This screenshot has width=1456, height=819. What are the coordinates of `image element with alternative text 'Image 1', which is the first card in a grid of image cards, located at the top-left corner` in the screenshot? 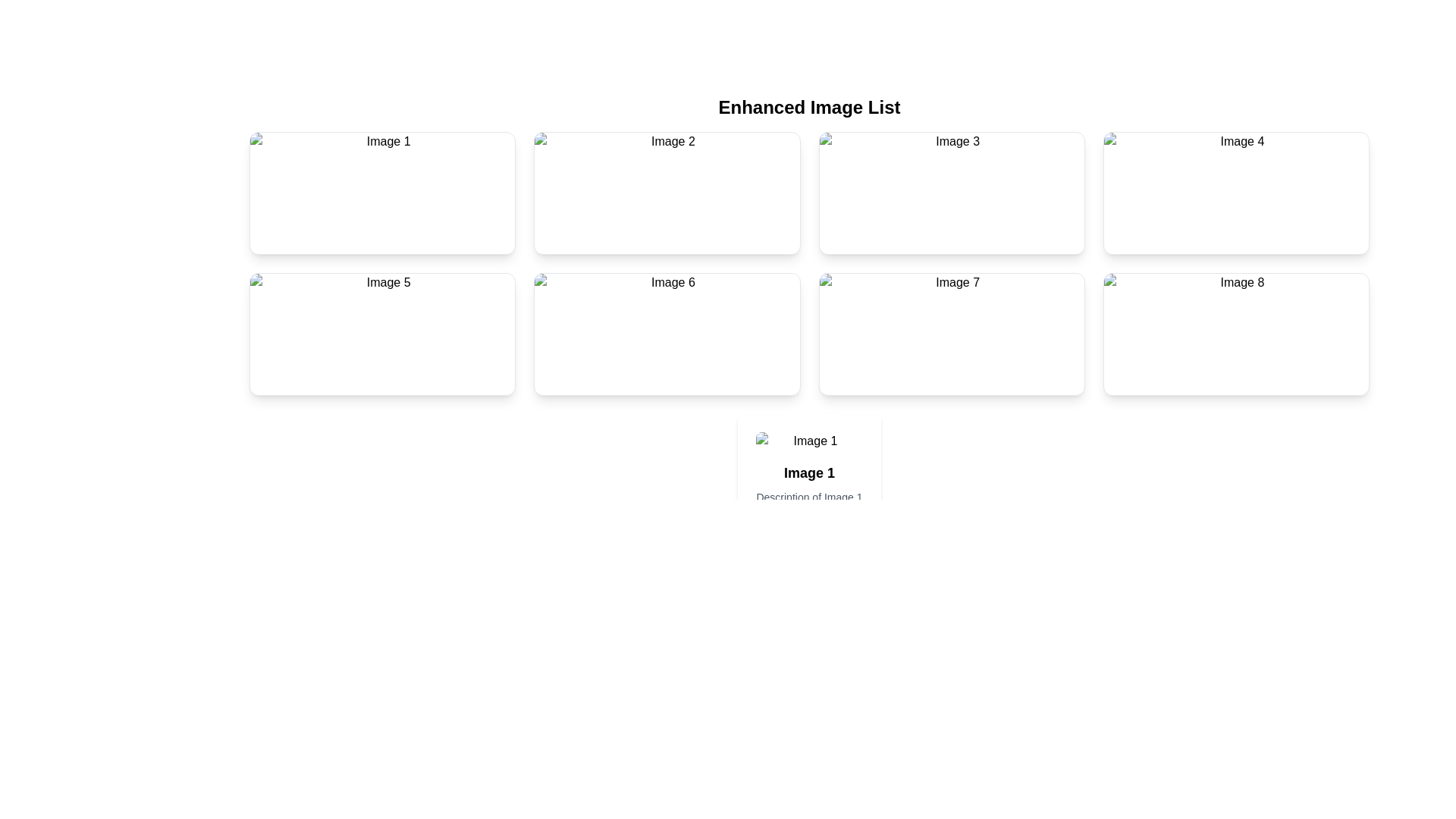 It's located at (382, 192).